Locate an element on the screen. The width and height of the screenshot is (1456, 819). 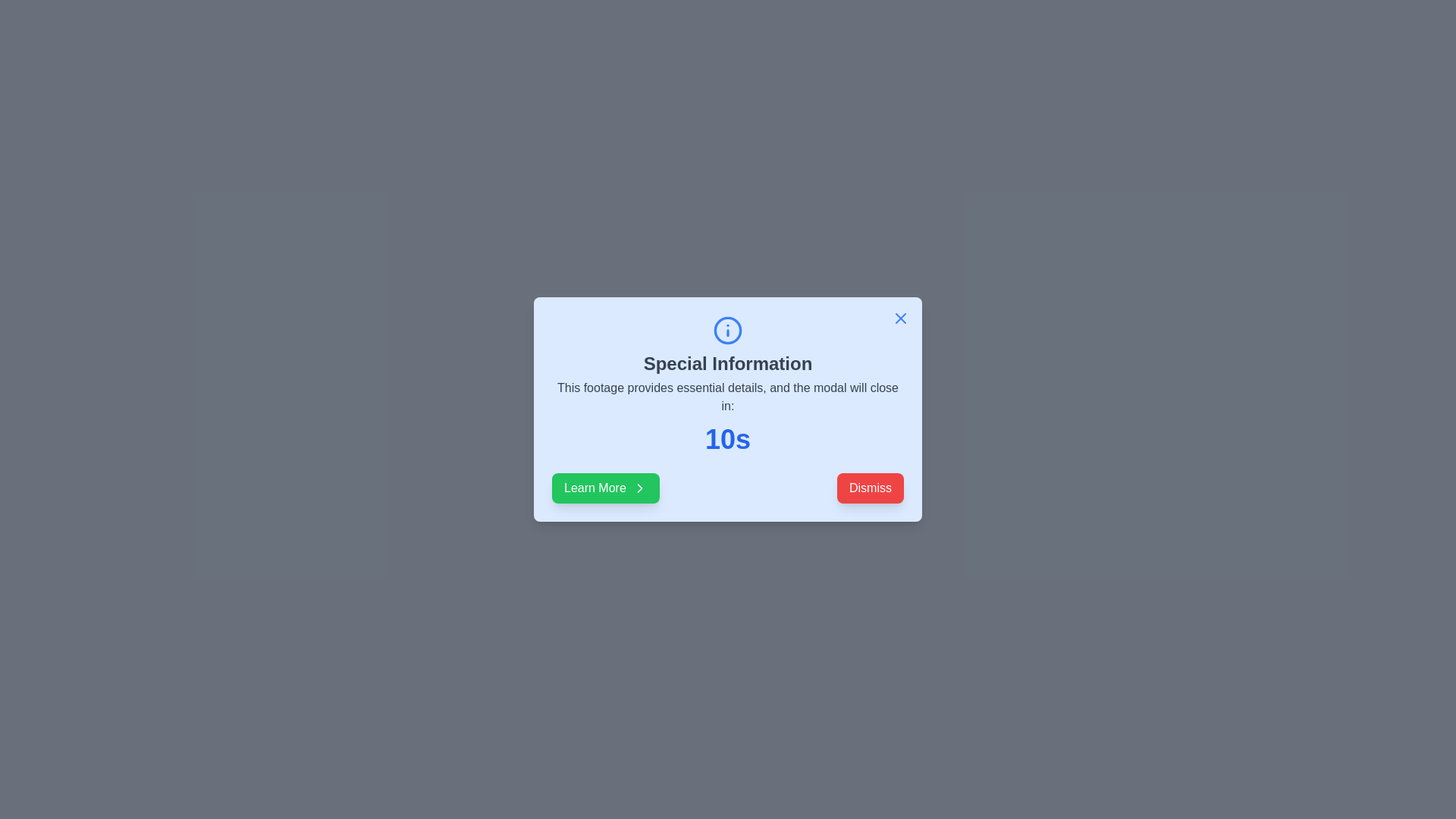
the close button located at the top-right corner of the modal to change its appearance is located at coordinates (901, 318).